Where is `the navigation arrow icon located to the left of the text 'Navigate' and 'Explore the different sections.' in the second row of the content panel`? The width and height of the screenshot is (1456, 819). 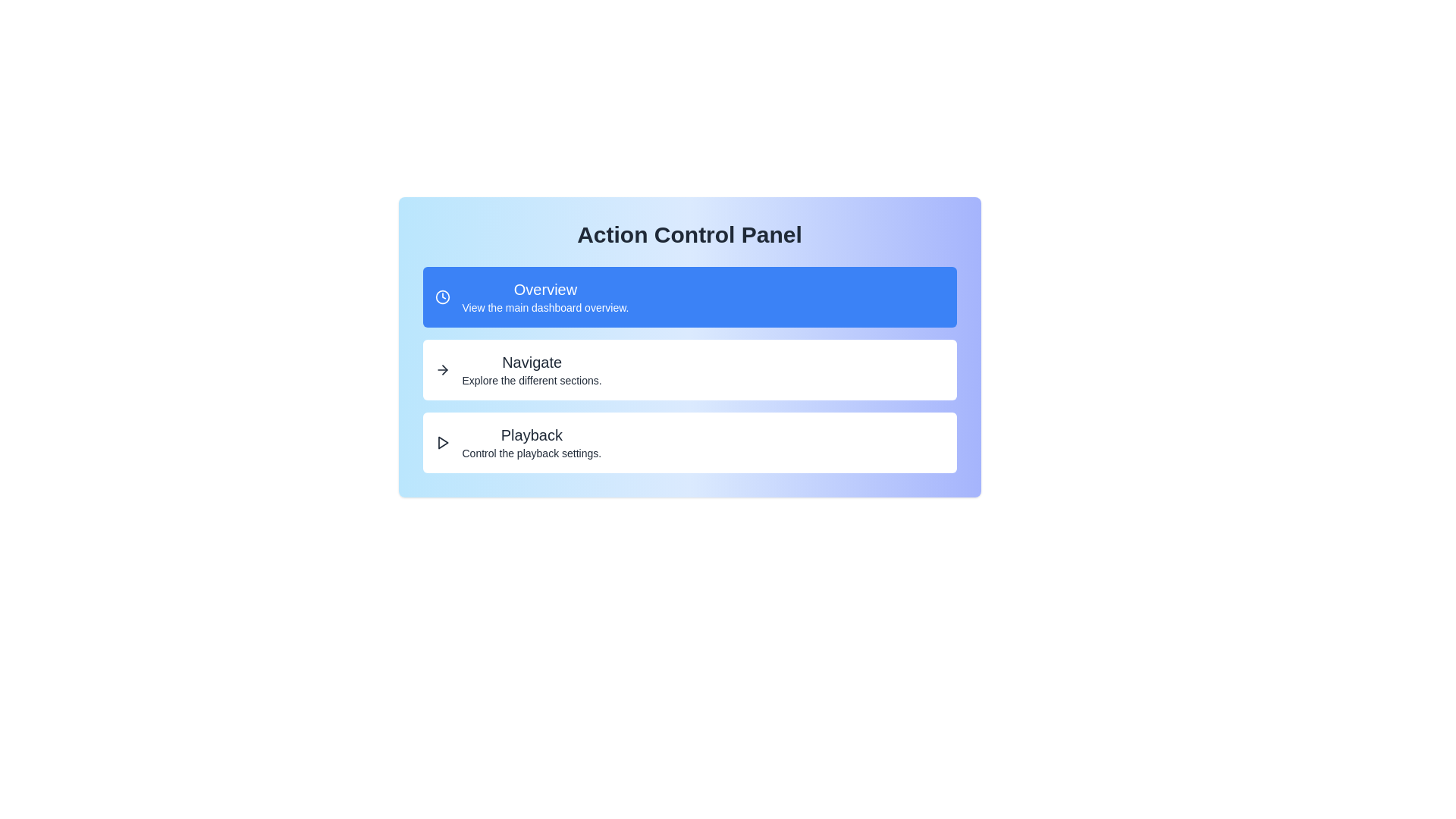 the navigation arrow icon located to the left of the text 'Navigate' and 'Explore the different sections.' in the second row of the content panel is located at coordinates (441, 370).